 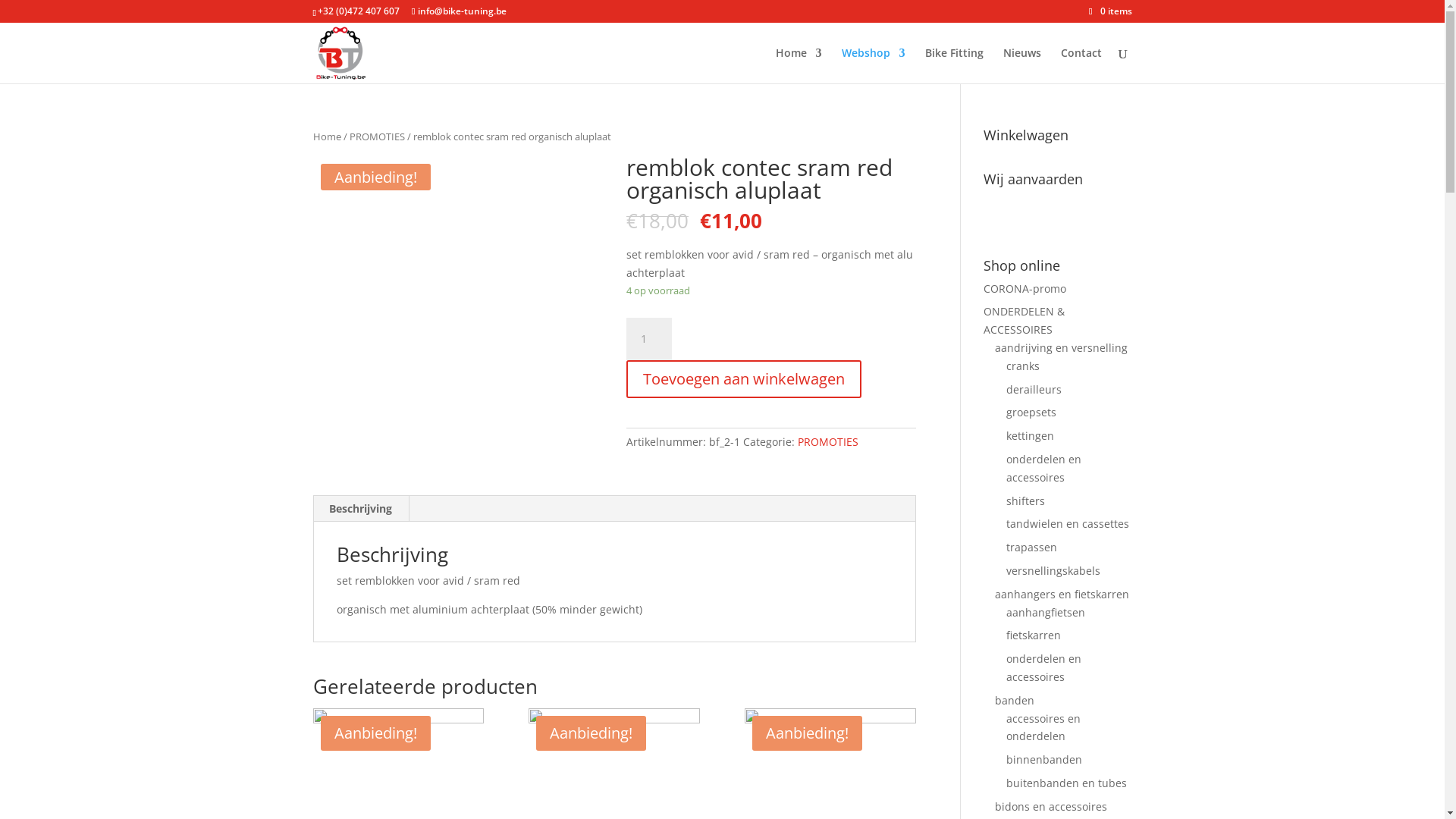 I want to click on 'Aantal', so click(x=648, y=338).